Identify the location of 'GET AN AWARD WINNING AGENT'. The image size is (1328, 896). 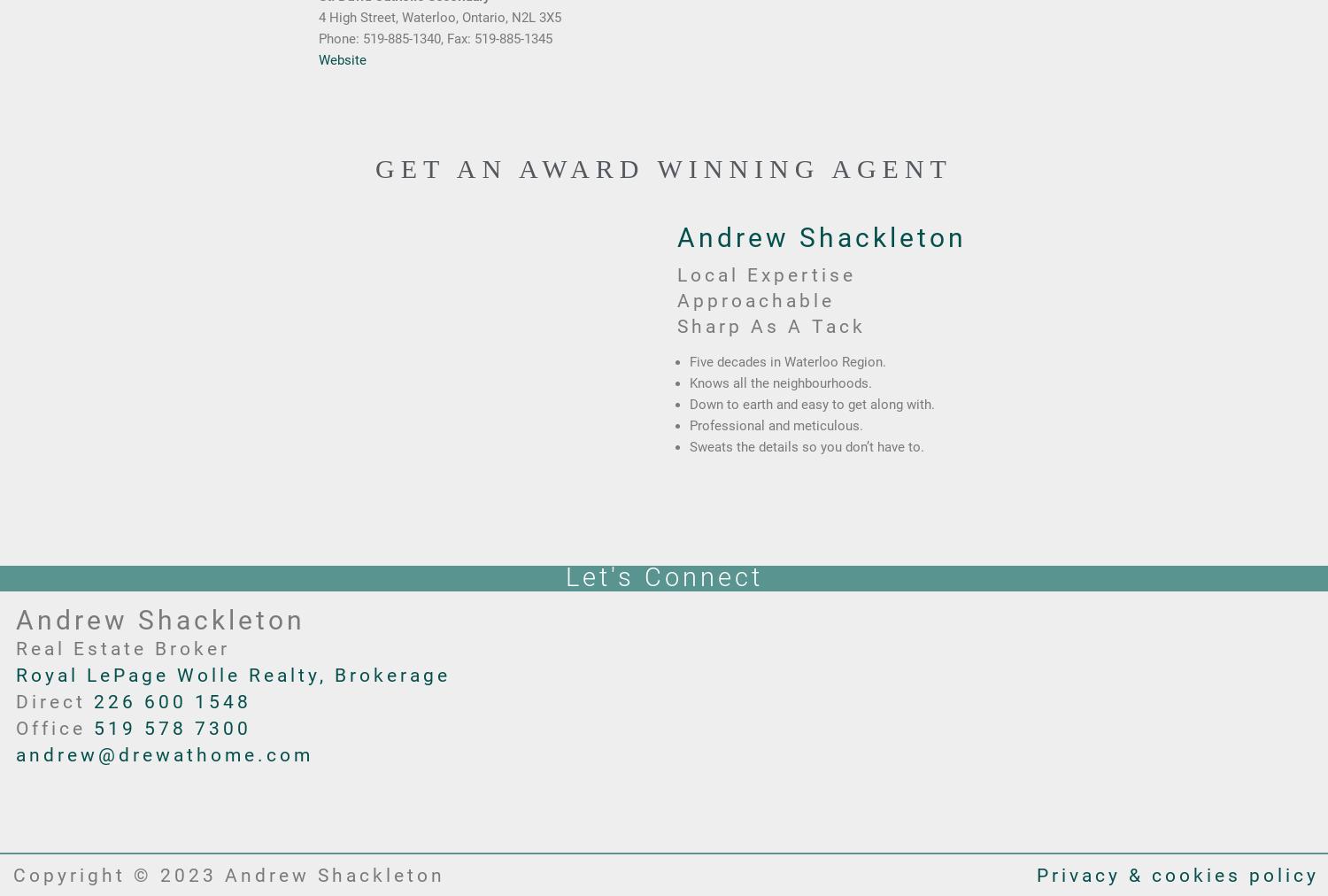
(375, 168).